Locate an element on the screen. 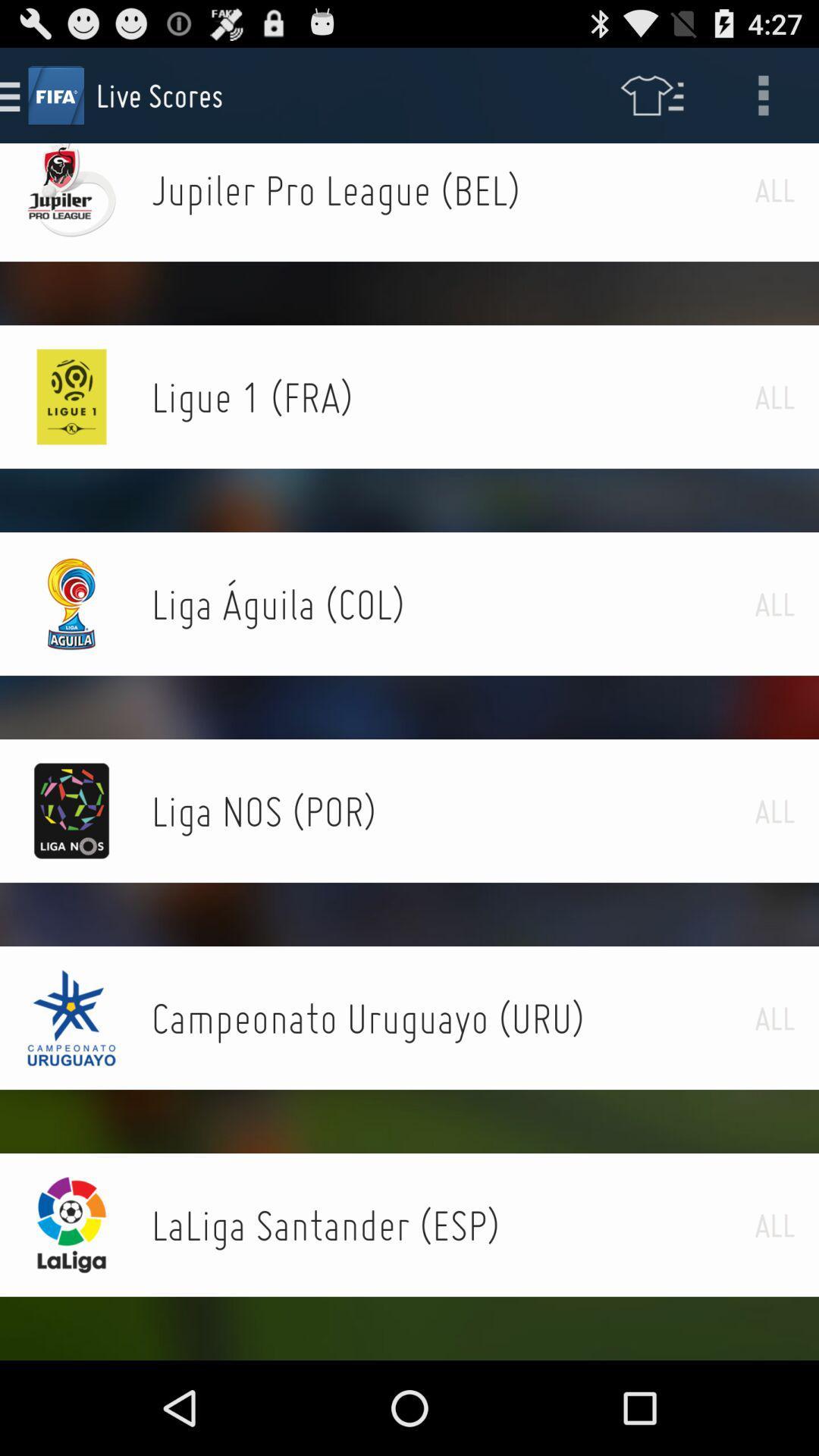  the laliga santander (esp) icon is located at coordinates (452, 1225).